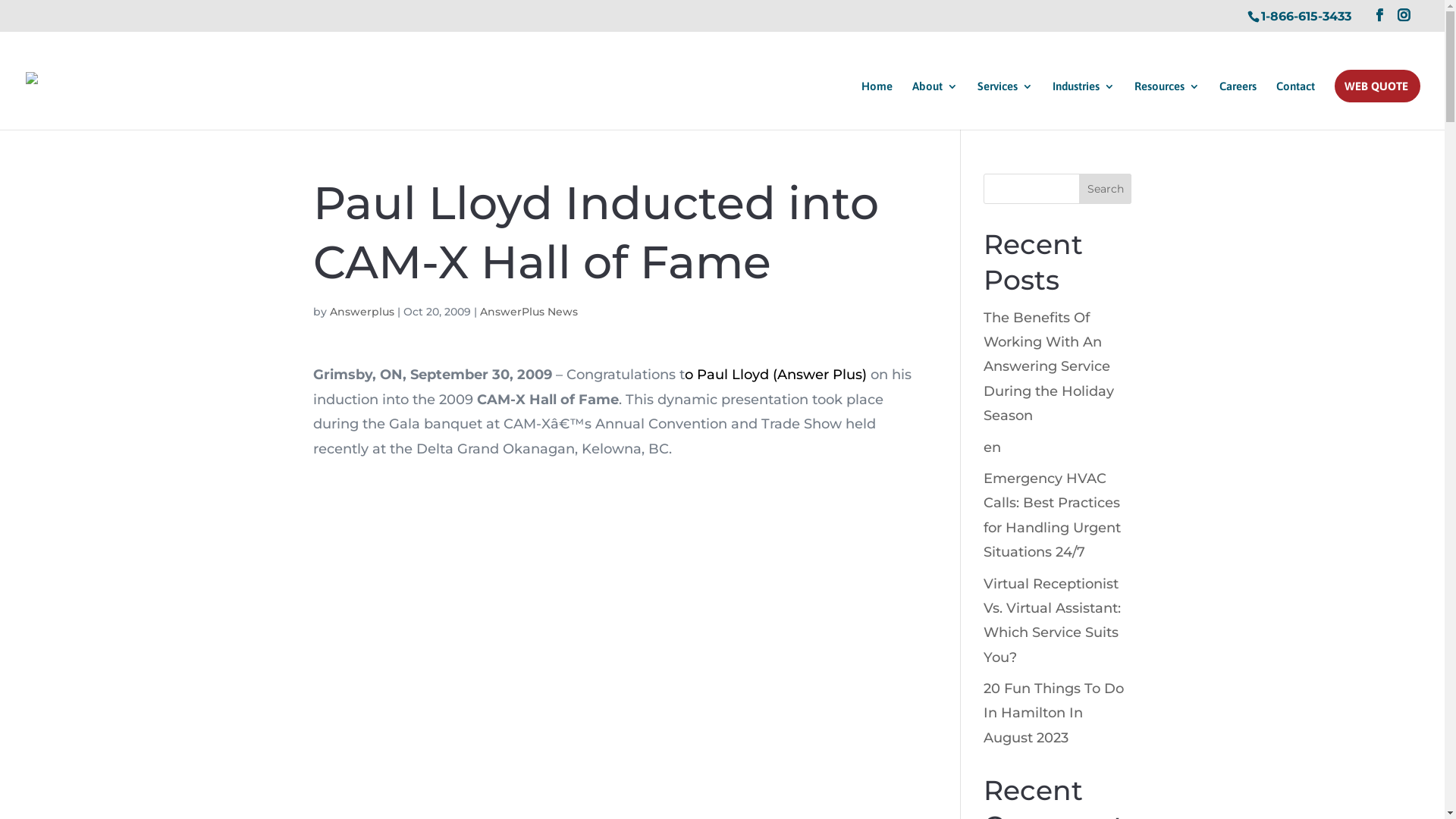 The image size is (1456, 819). What do you see at coordinates (528, 311) in the screenshot?
I see `'AnswerPlus News'` at bounding box center [528, 311].